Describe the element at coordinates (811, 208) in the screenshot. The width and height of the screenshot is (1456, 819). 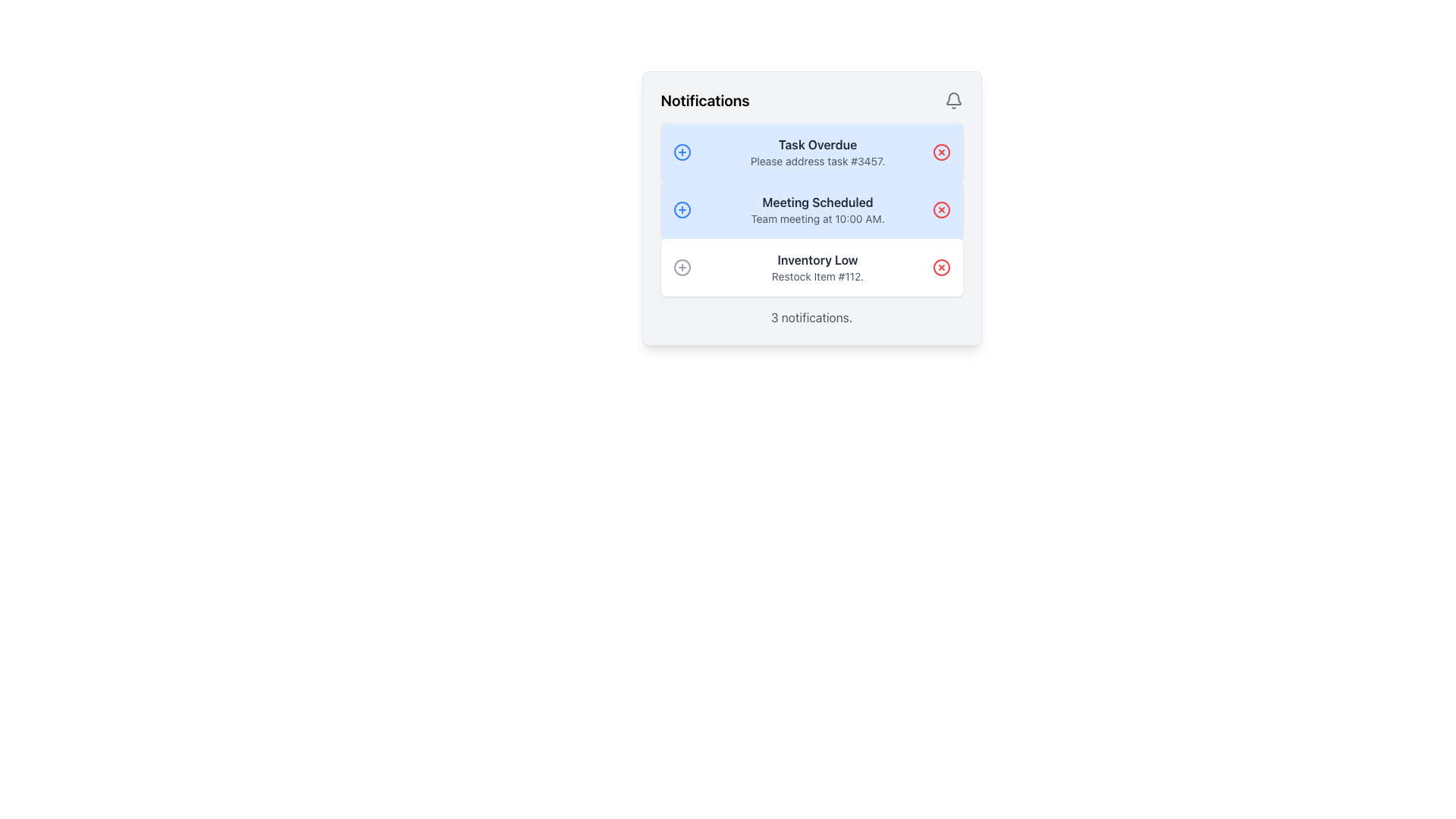
I see `the Notification panel containing the heading 'Notifications' and three listed notification items` at that location.